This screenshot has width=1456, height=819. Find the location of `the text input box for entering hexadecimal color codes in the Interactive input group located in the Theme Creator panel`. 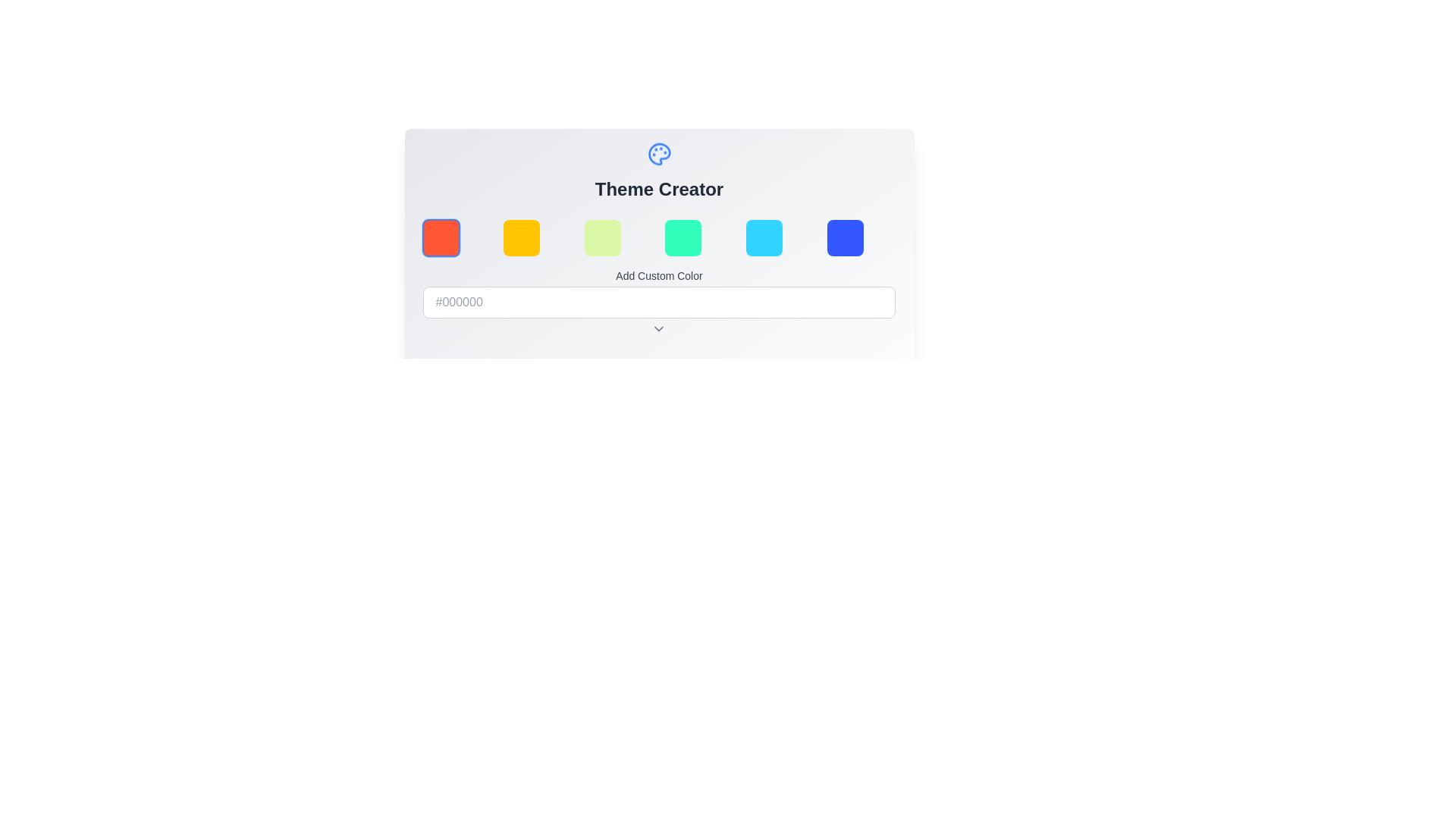

the text input box for entering hexadecimal color codes in the Interactive input group located in the Theme Creator panel is located at coordinates (659, 289).